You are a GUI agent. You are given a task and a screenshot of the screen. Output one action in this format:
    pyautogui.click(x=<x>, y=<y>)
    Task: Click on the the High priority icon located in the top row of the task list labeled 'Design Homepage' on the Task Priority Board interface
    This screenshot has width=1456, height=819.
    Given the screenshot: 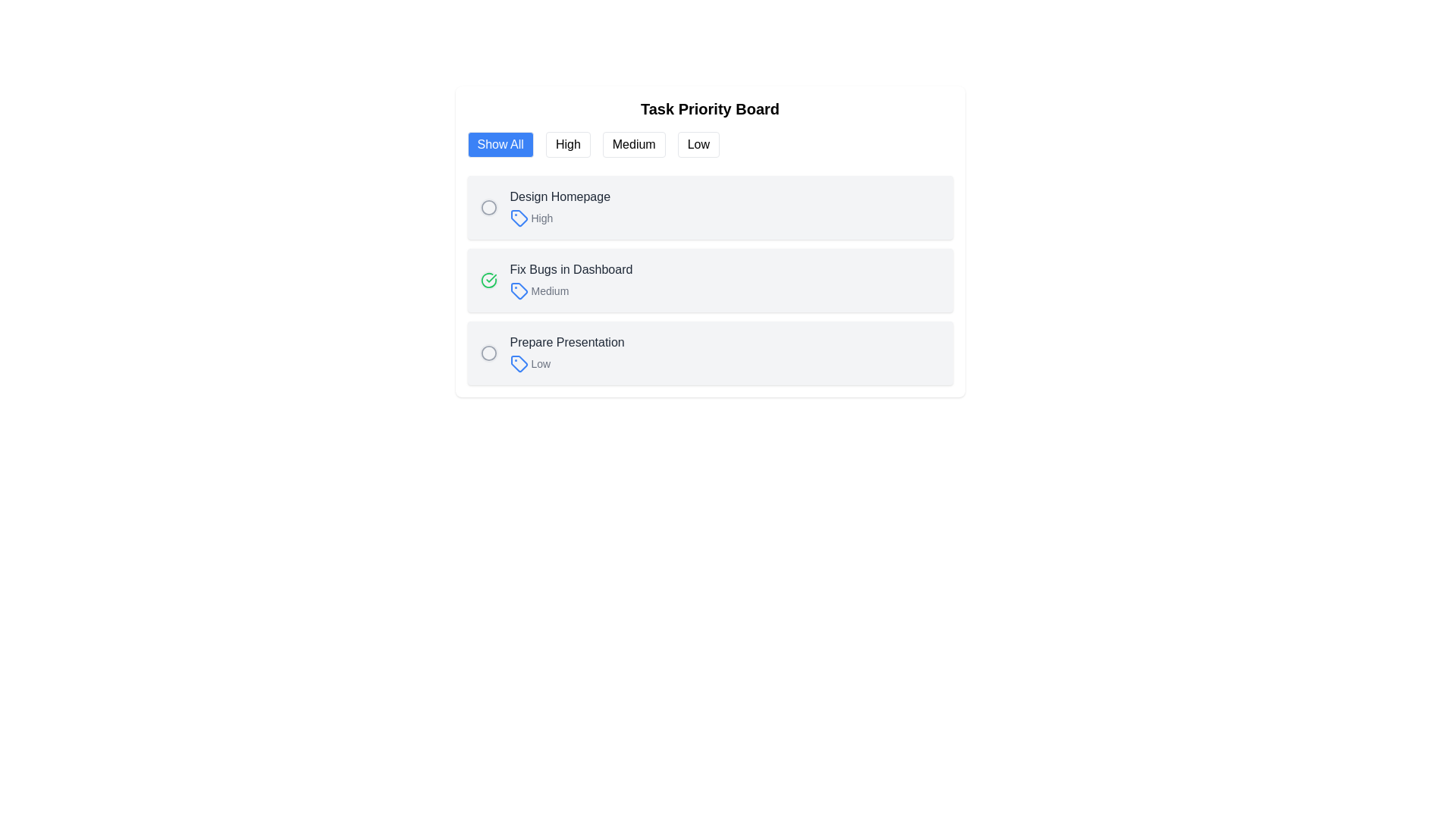 What is the action you would take?
    pyautogui.click(x=519, y=218)
    